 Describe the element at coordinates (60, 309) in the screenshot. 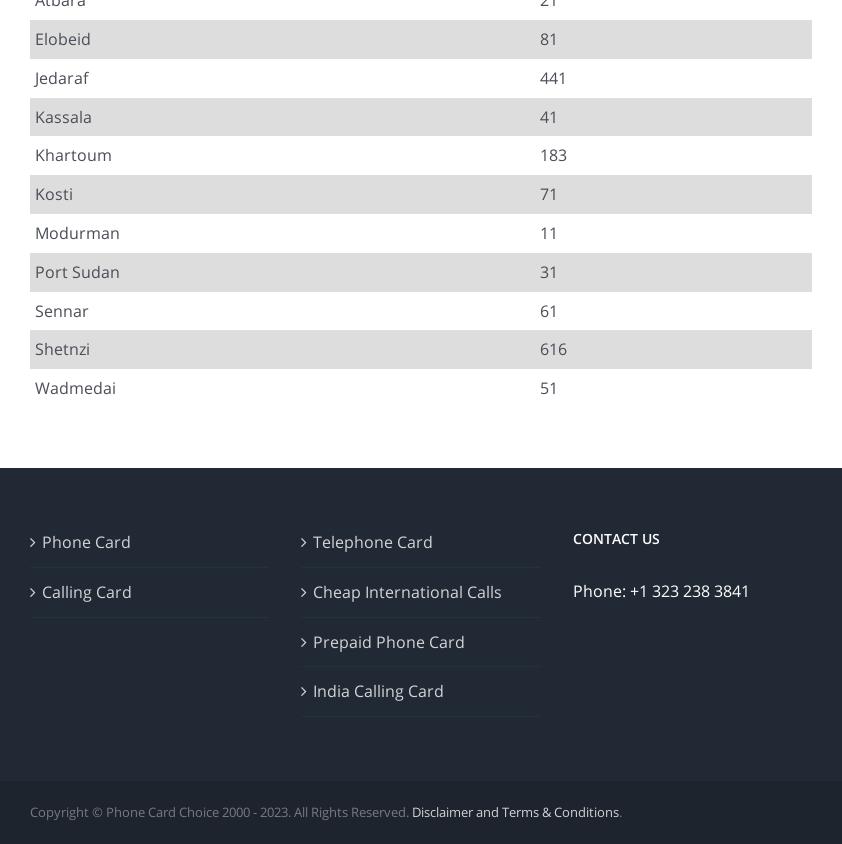

I see `'Sennar'` at that location.